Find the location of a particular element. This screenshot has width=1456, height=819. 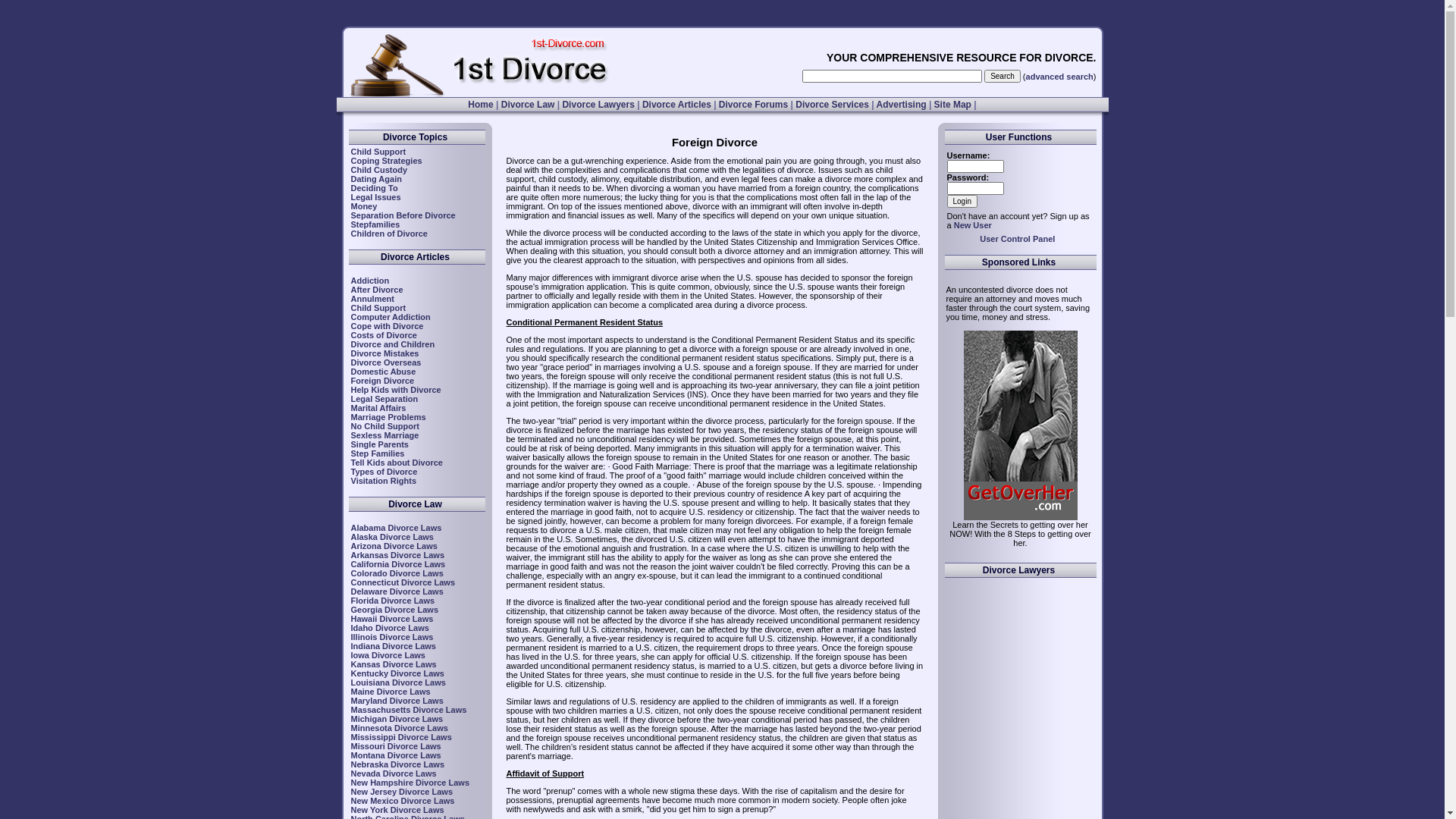

'Georgia Divorce Laws' is located at coordinates (349, 608).